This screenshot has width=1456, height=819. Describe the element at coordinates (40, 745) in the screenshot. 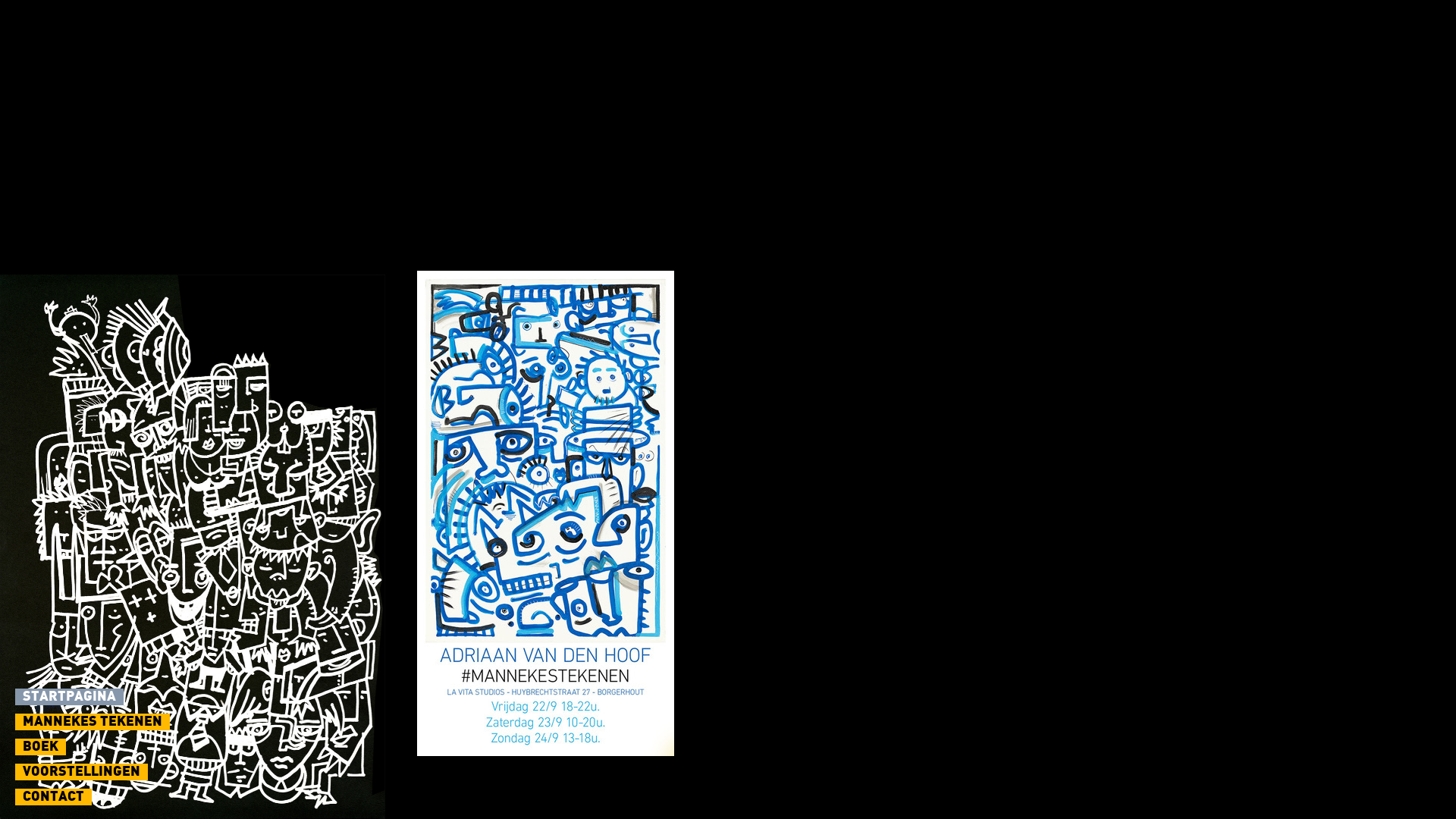

I see `'BOEK'` at that location.